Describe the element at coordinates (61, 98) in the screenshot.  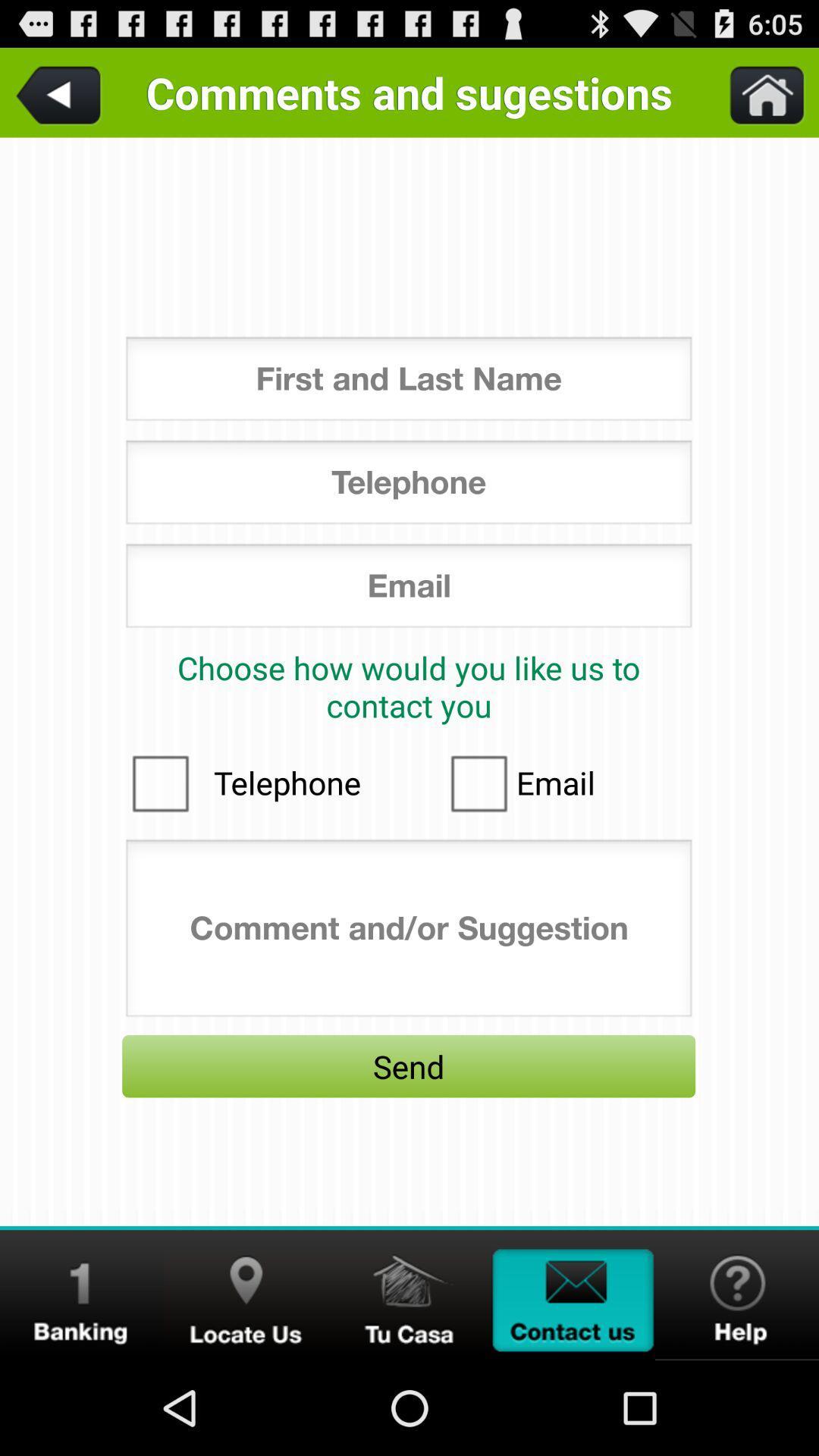
I see `the arrow_backward icon` at that location.